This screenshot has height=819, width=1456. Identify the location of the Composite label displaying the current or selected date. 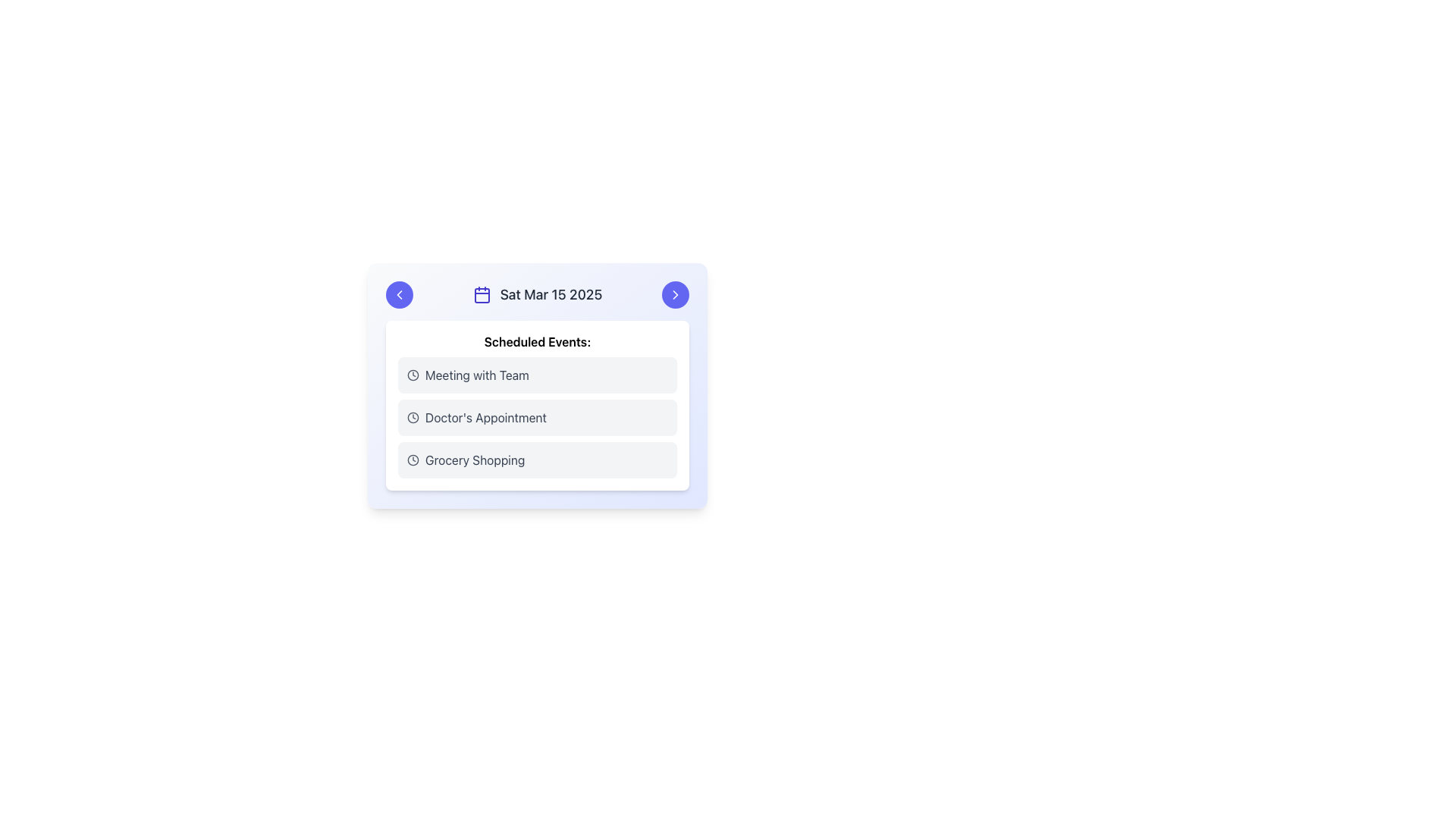
(538, 295).